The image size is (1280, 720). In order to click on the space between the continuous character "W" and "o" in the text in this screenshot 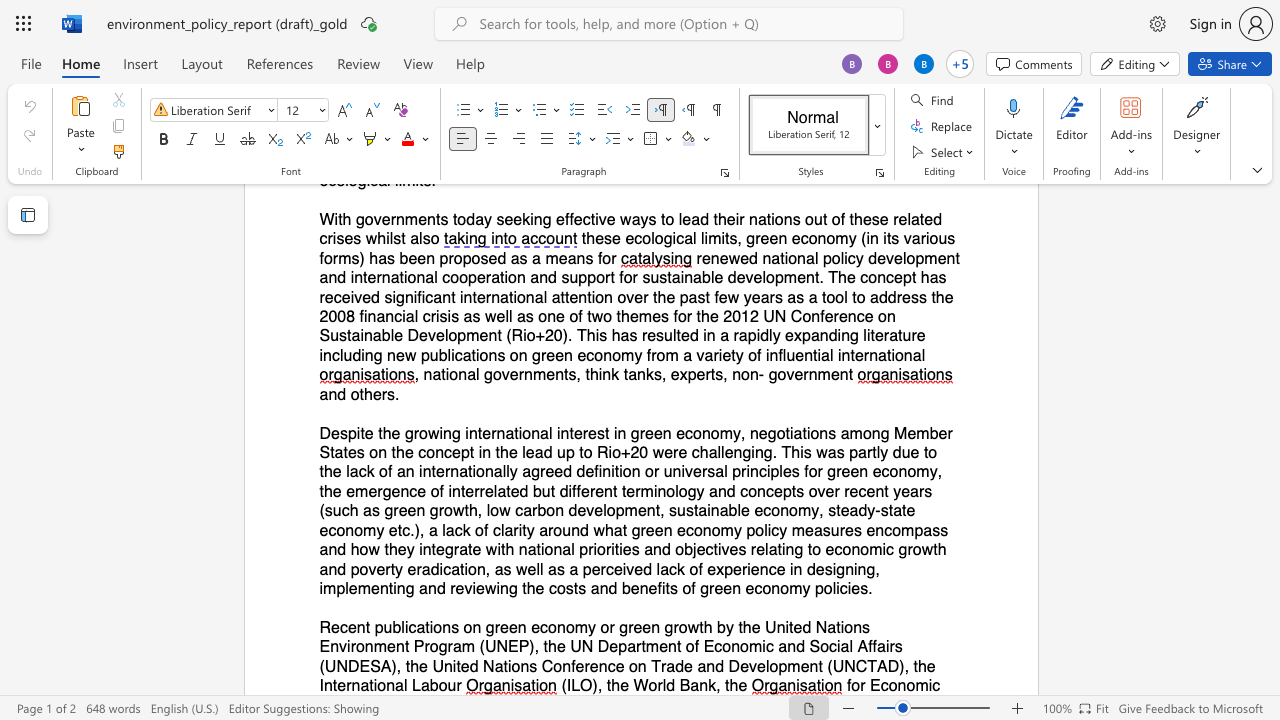, I will do `click(647, 685)`.